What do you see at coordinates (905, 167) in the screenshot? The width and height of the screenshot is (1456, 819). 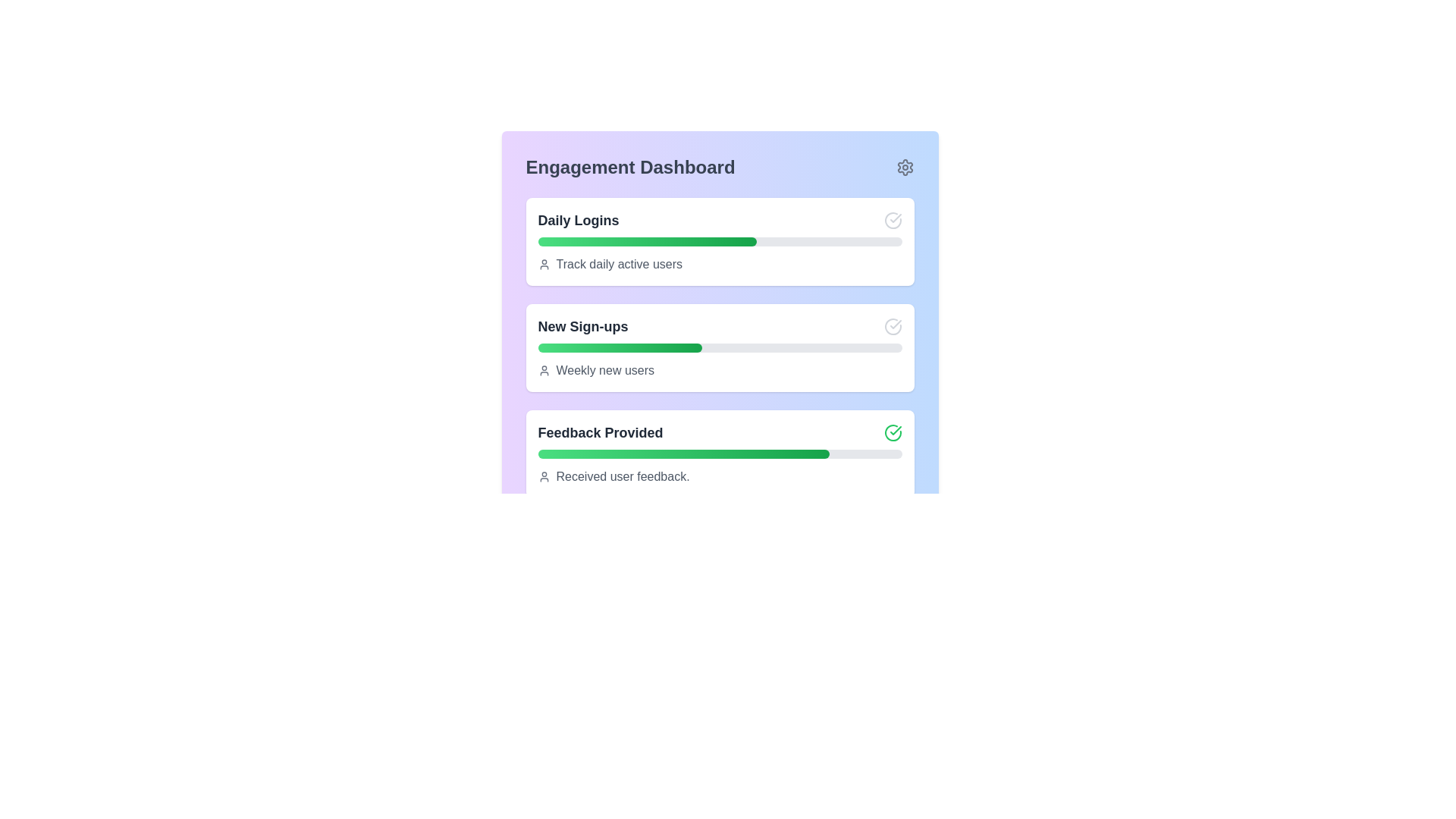 I see `the gear/settings icon, which is a gray cogwheel located at the top-right corner of the Engagement Dashboard` at bounding box center [905, 167].